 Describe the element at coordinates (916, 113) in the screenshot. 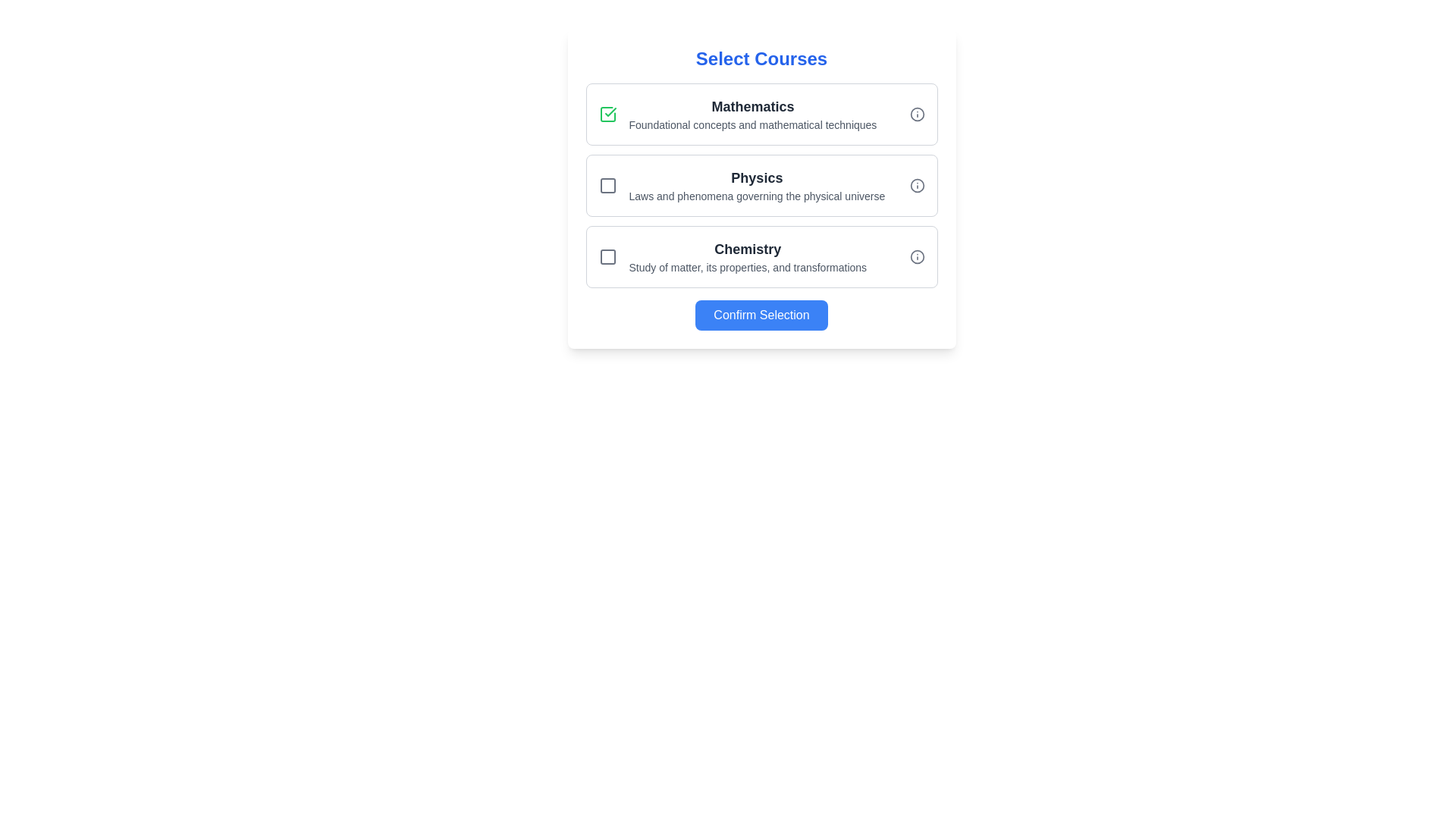

I see `the circular graphical element representing an actionable feature in the 'Mathematics' section of the course selection panel` at that location.